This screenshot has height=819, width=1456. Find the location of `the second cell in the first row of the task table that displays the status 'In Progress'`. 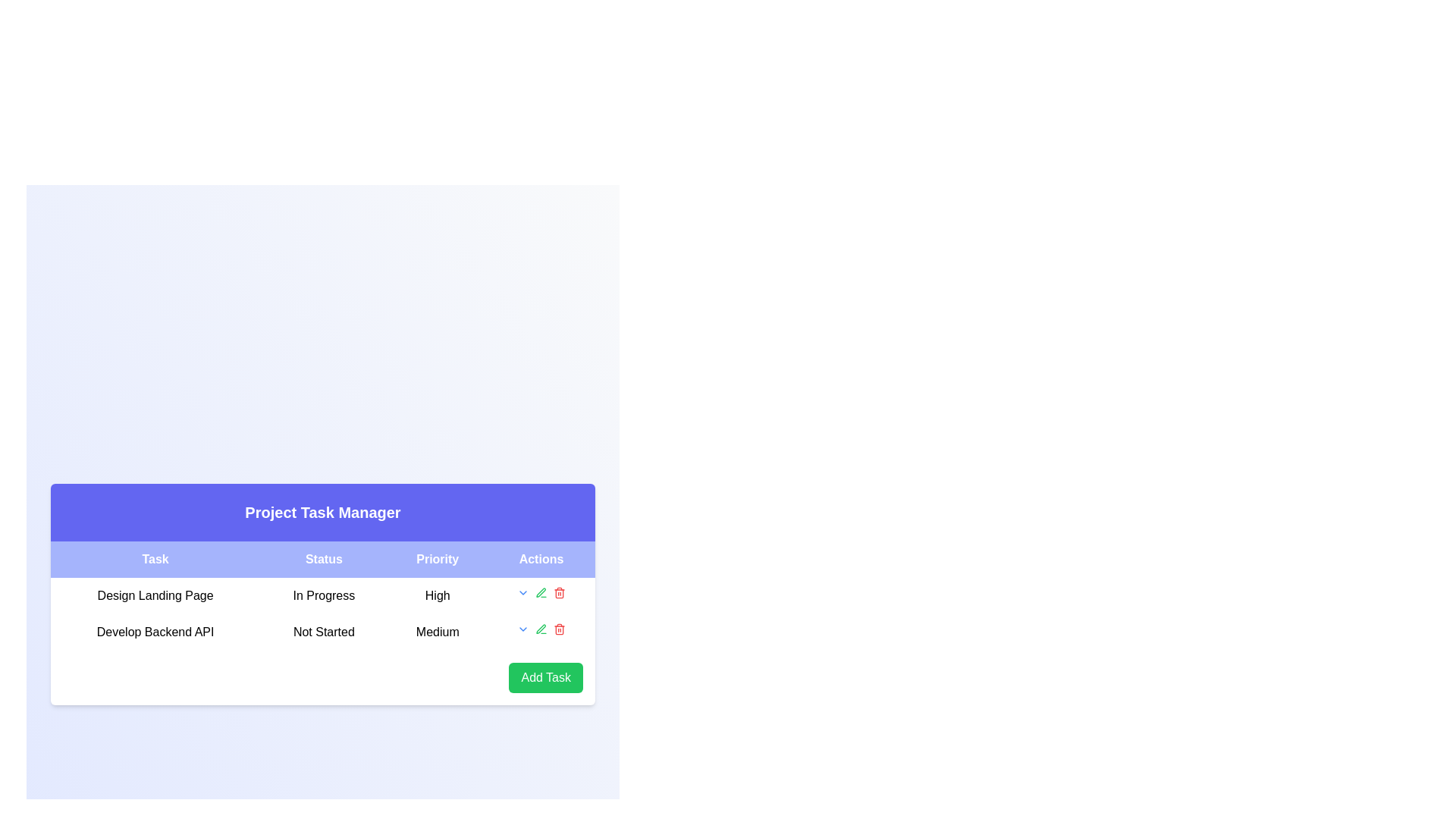

the second cell in the first row of the task table that displays the status 'In Progress' is located at coordinates (322, 614).